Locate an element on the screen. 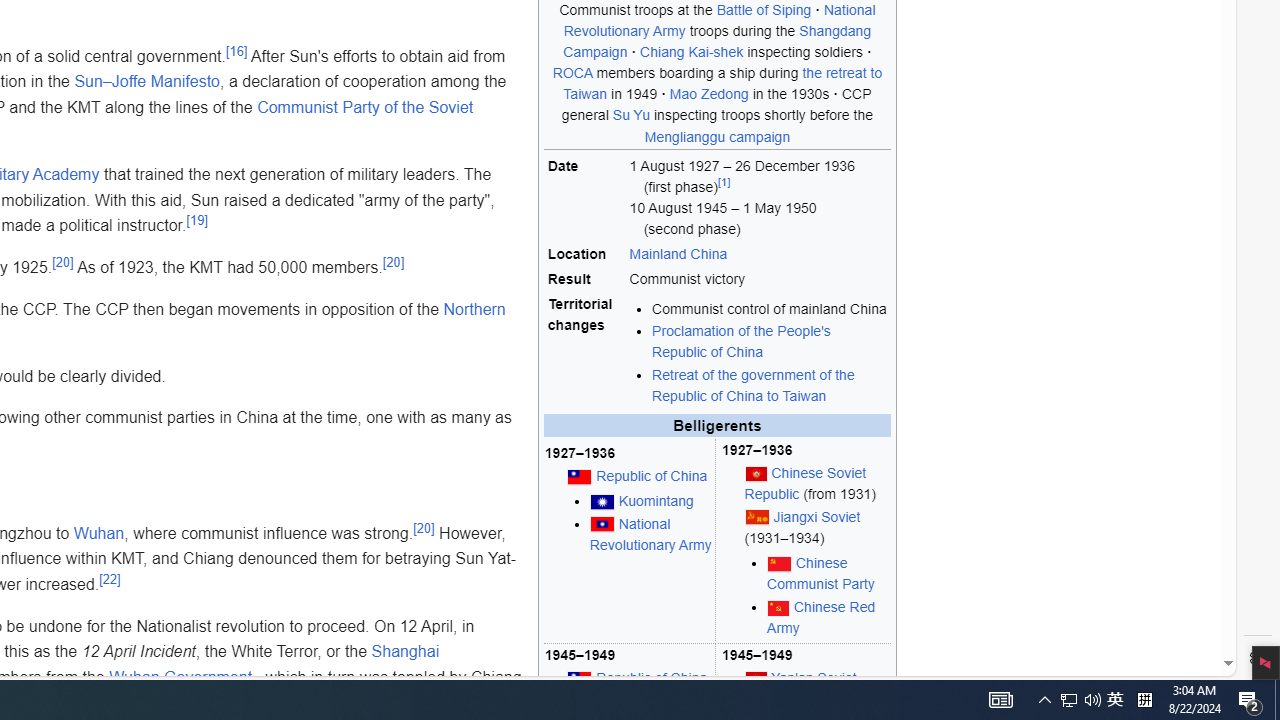  'Kuomintang' is located at coordinates (656, 500).